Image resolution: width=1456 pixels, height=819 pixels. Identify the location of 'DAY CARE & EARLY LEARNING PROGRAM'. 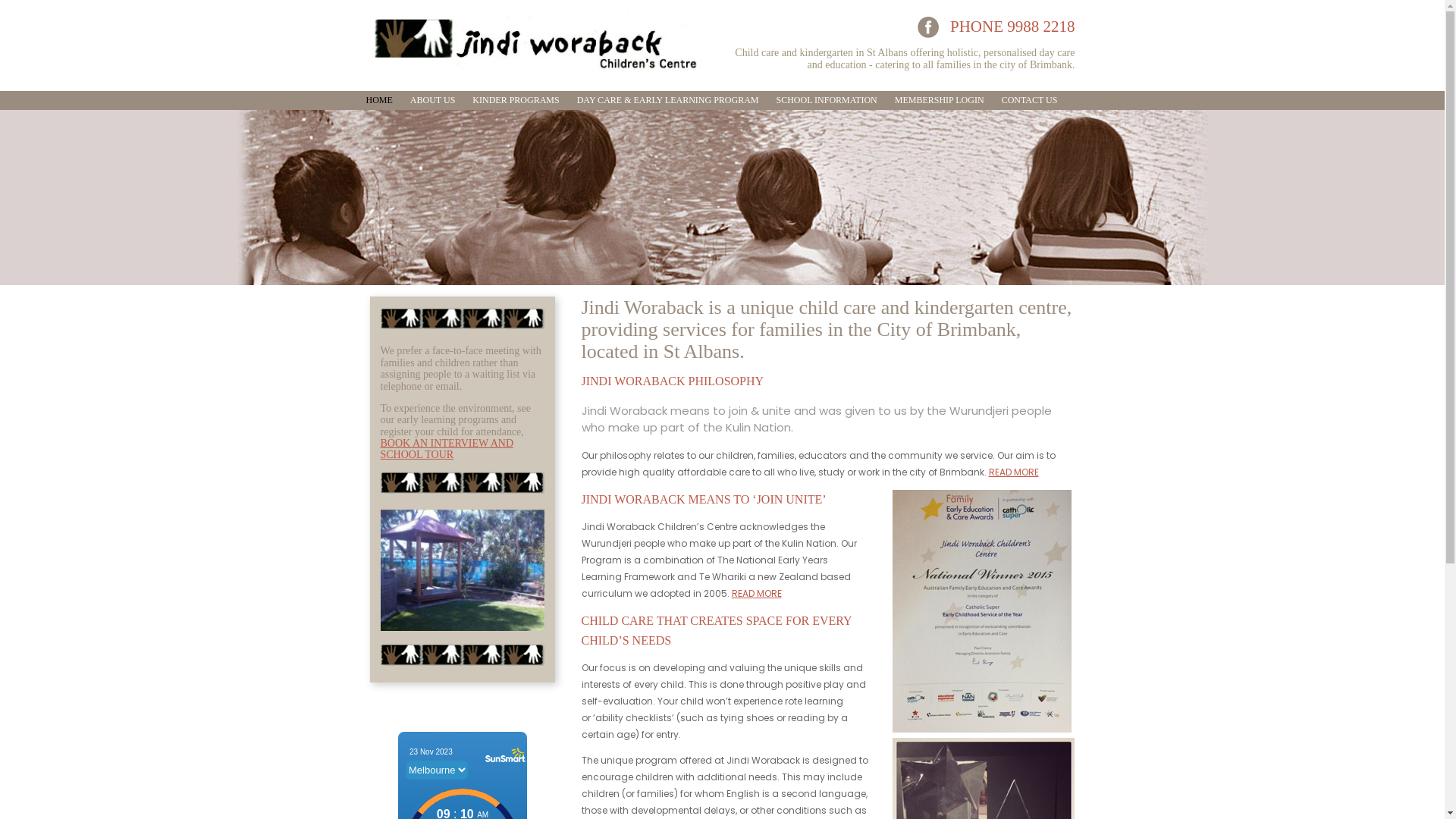
(667, 100).